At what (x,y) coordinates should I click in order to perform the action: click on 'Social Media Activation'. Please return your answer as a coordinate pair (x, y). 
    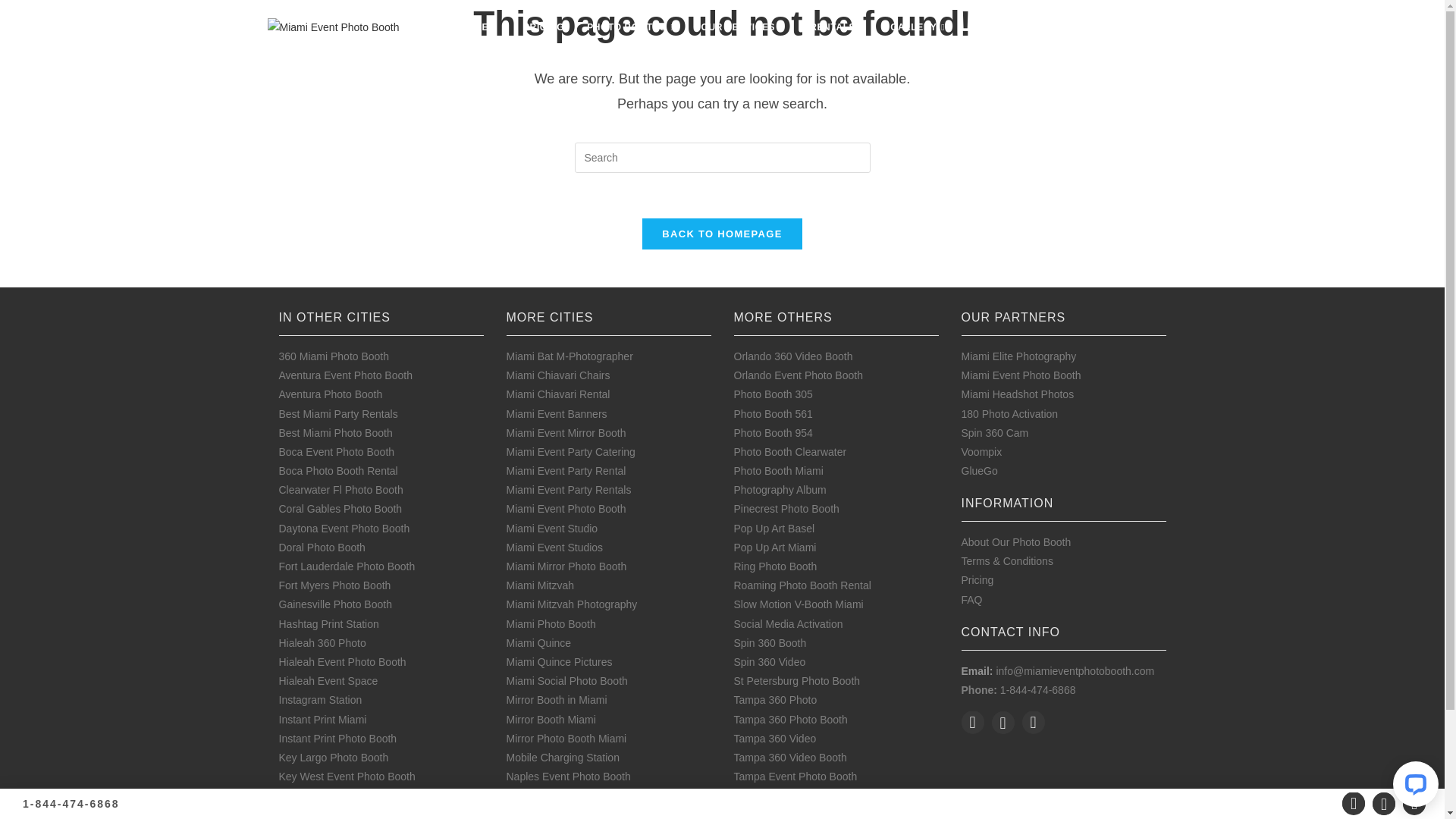
    Looking at the image, I should click on (789, 623).